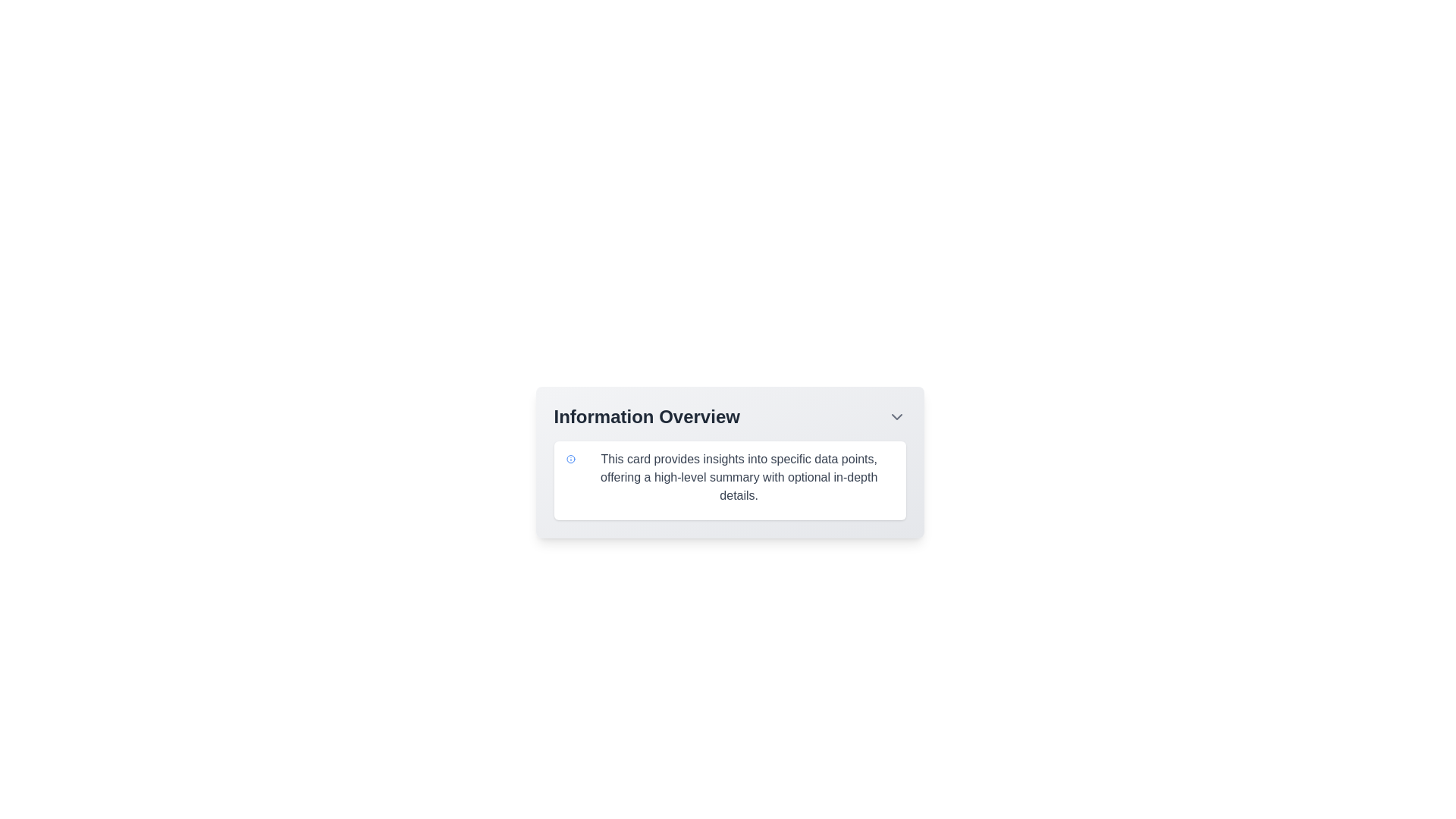 This screenshot has width=1456, height=819. I want to click on the Informational Card that contains the text 'This card provides insights into specific data points, offering a high-level summary with optional in-depth details.' and features a blue circular information icon to the left, so click(730, 480).